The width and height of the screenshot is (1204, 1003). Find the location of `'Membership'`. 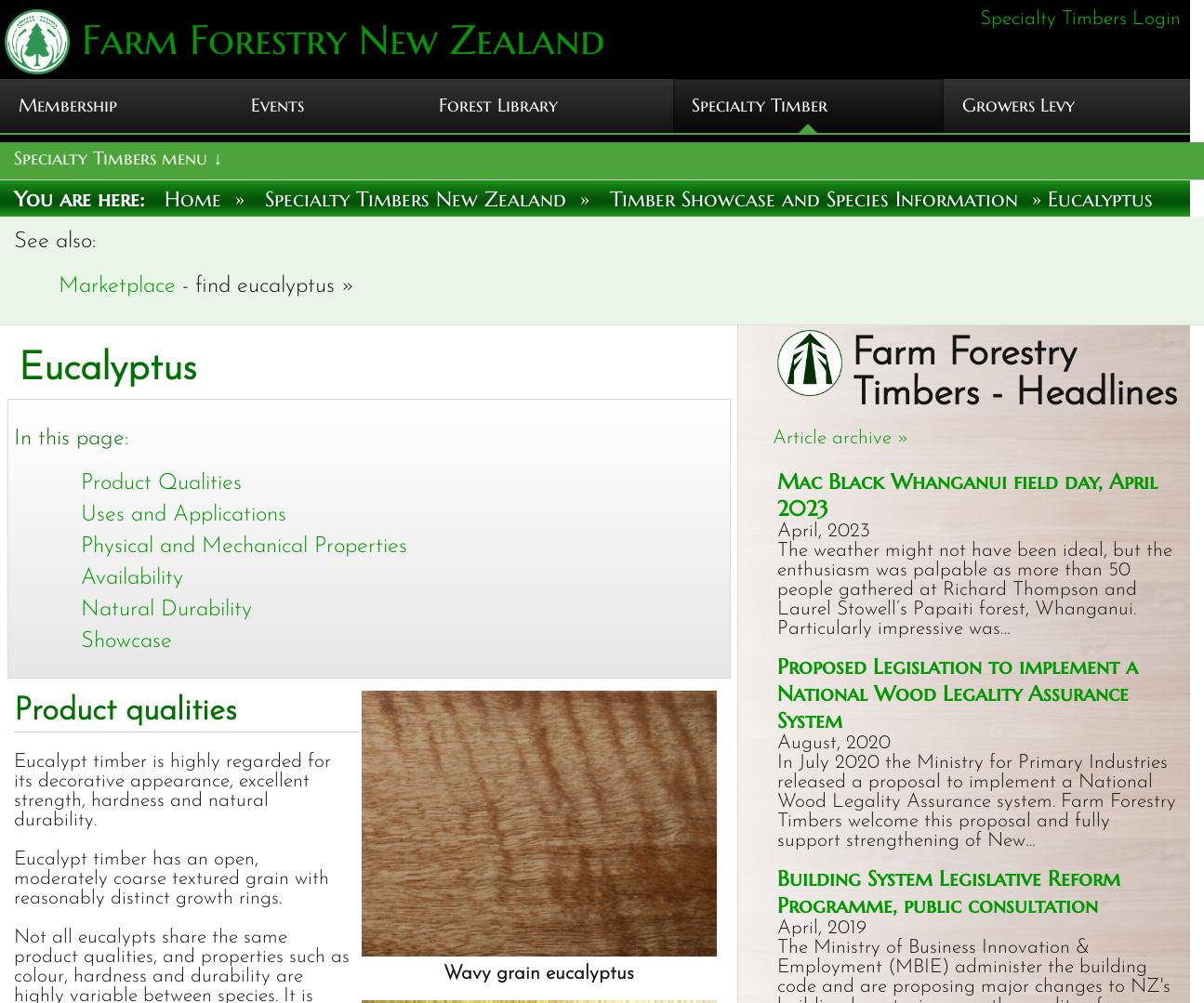

'Membership' is located at coordinates (67, 105).